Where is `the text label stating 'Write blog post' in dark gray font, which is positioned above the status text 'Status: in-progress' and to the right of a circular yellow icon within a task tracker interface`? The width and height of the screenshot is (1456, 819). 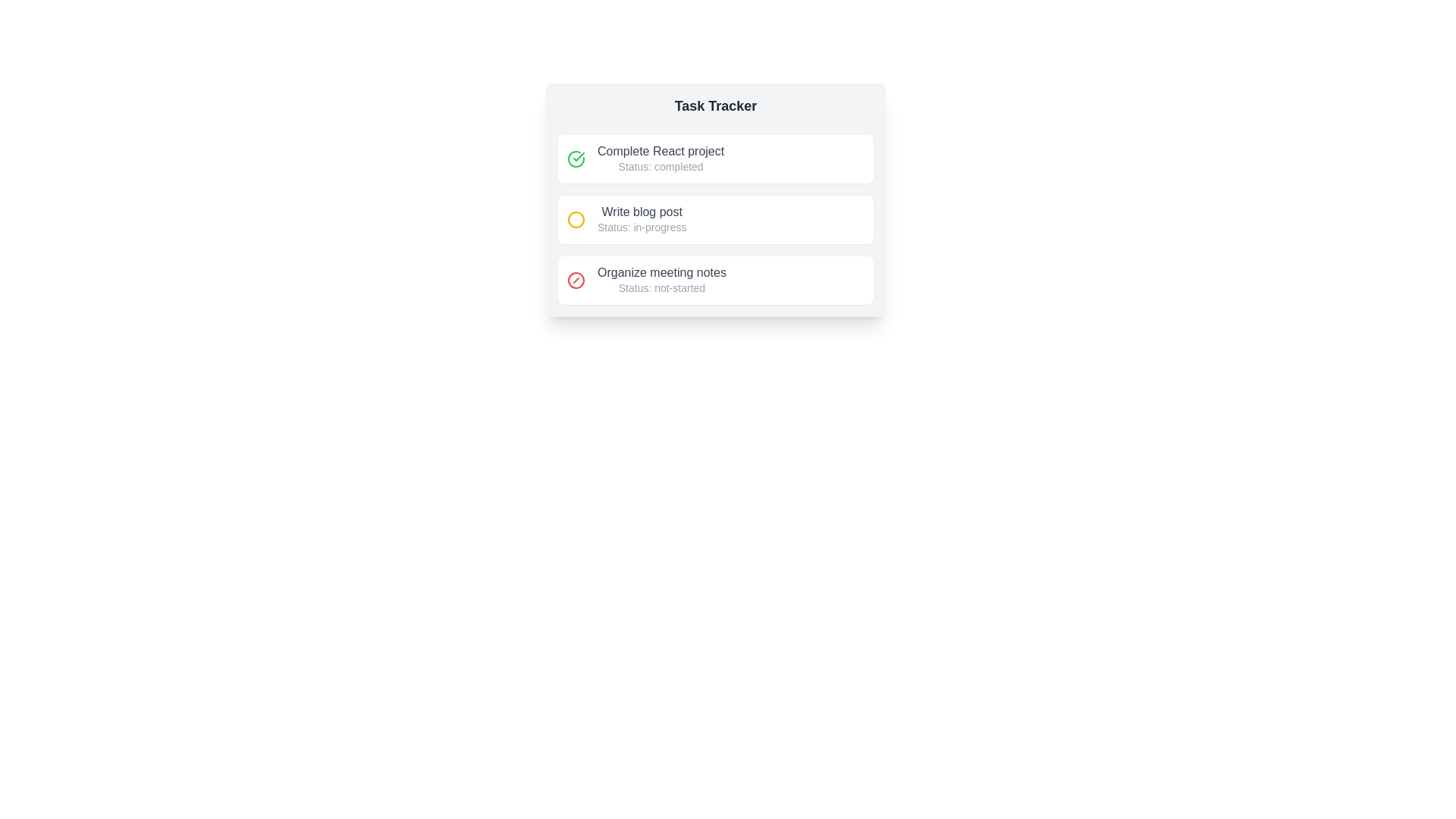 the text label stating 'Write blog post' in dark gray font, which is positioned above the status text 'Status: in-progress' and to the right of a circular yellow icon within a task tracker interface is located at coordinates (642, 212).